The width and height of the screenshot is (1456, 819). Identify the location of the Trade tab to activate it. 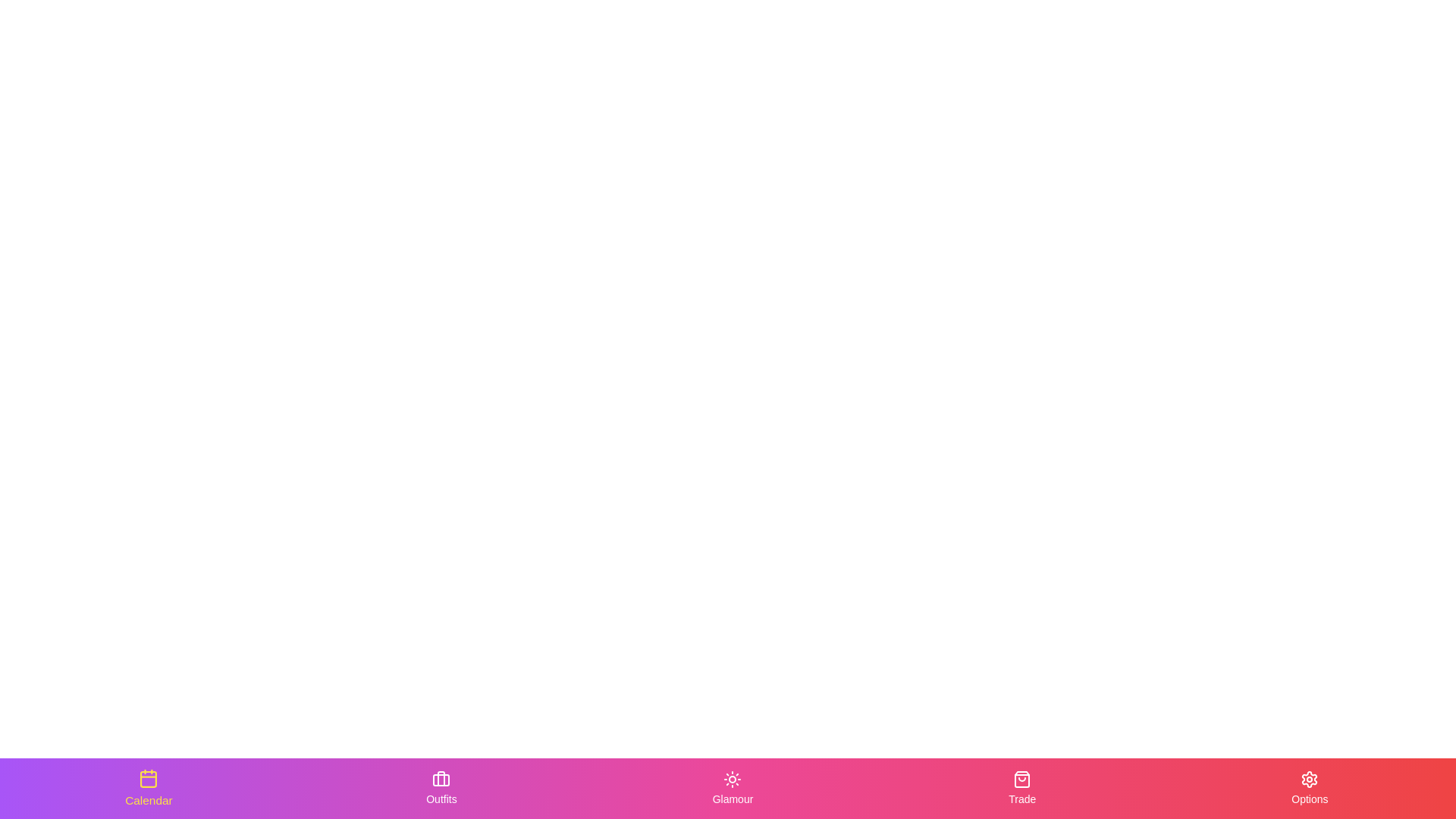
(1022, 788).